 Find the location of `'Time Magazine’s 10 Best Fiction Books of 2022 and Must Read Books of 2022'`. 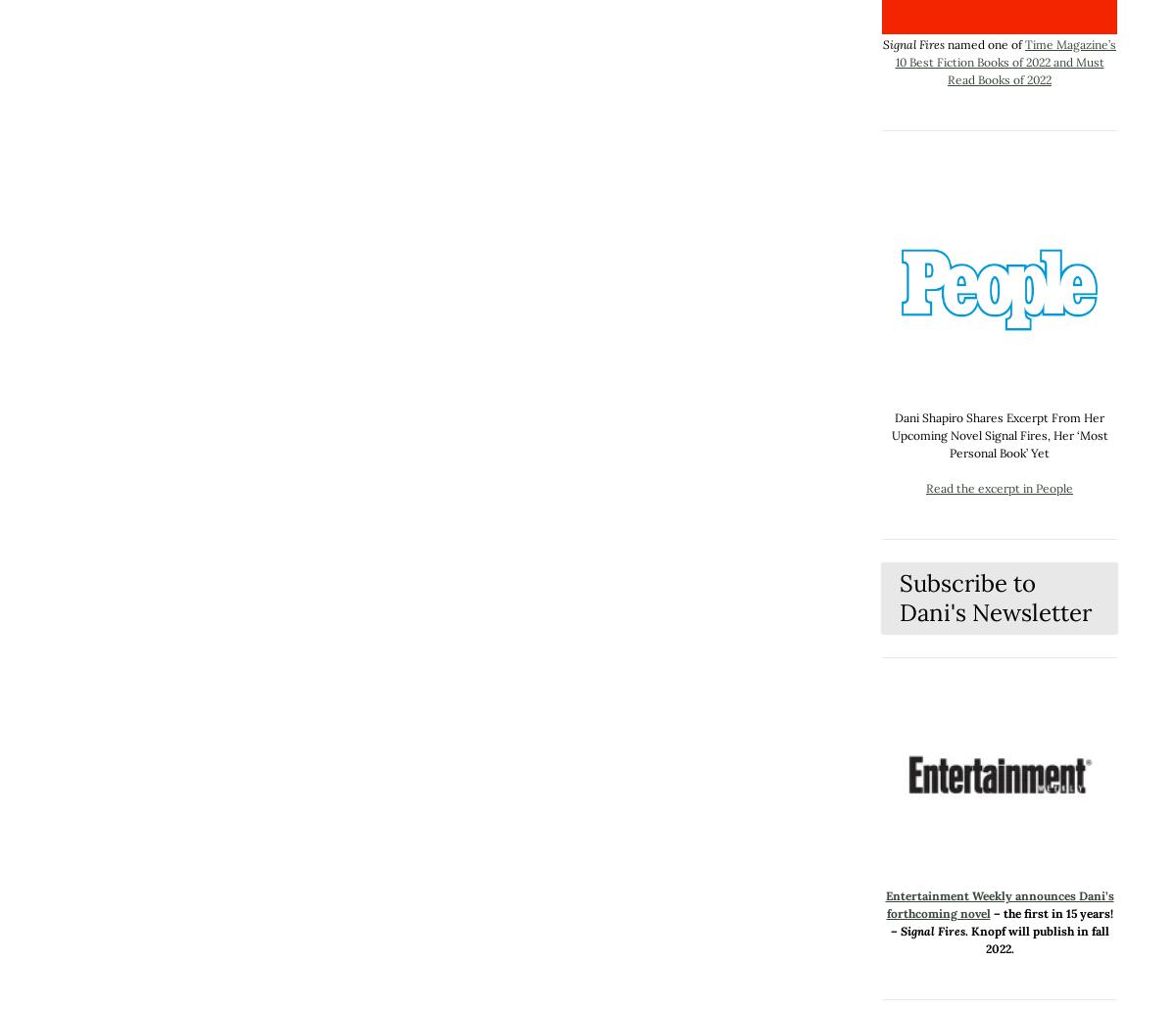

'Time Magazine’s 10 Best Fiction Books of 2022 and Must Read Books of 2022' is located at coordinates (894, 62).